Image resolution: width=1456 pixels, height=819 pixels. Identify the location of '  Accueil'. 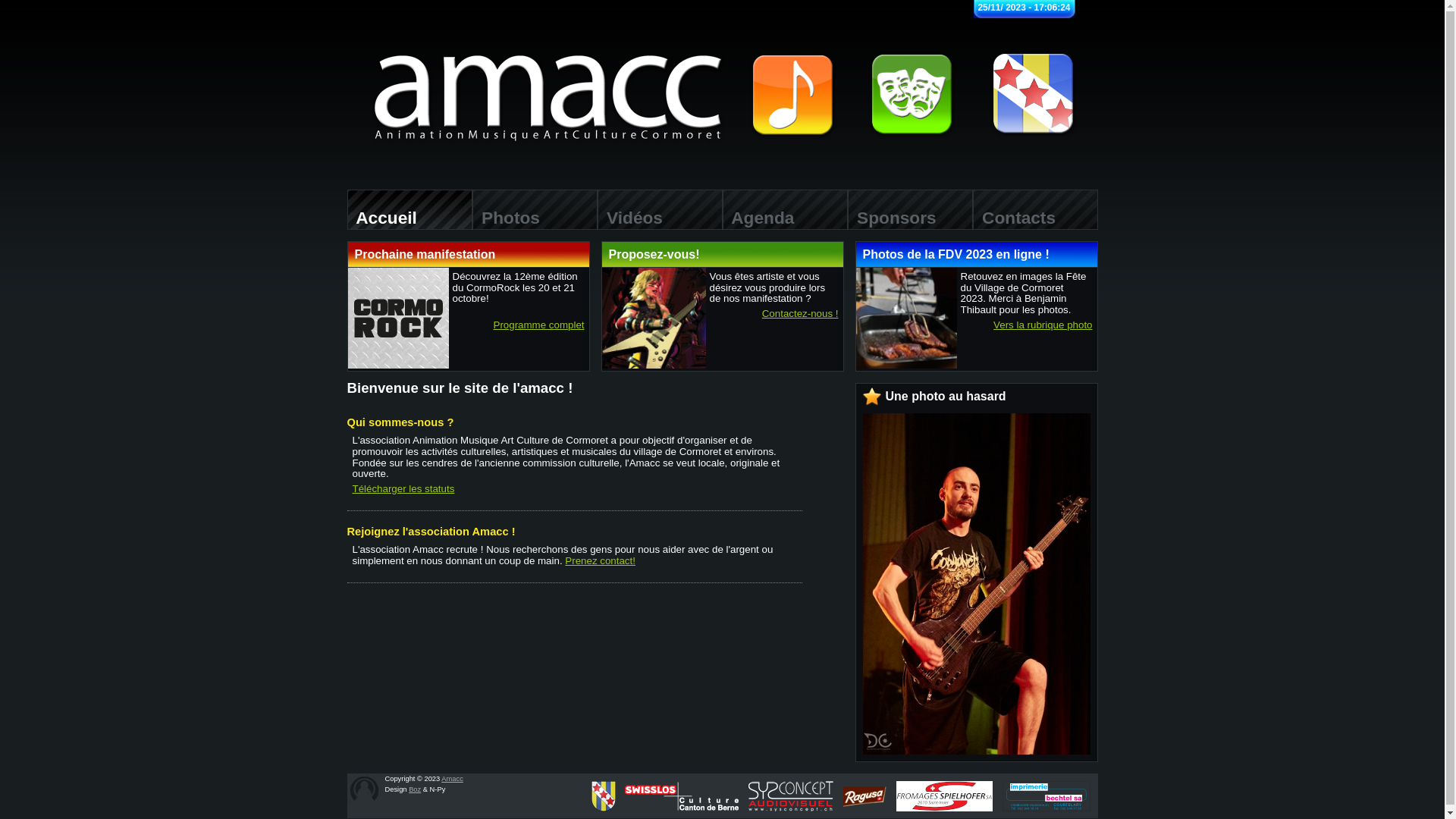
(409, 209).